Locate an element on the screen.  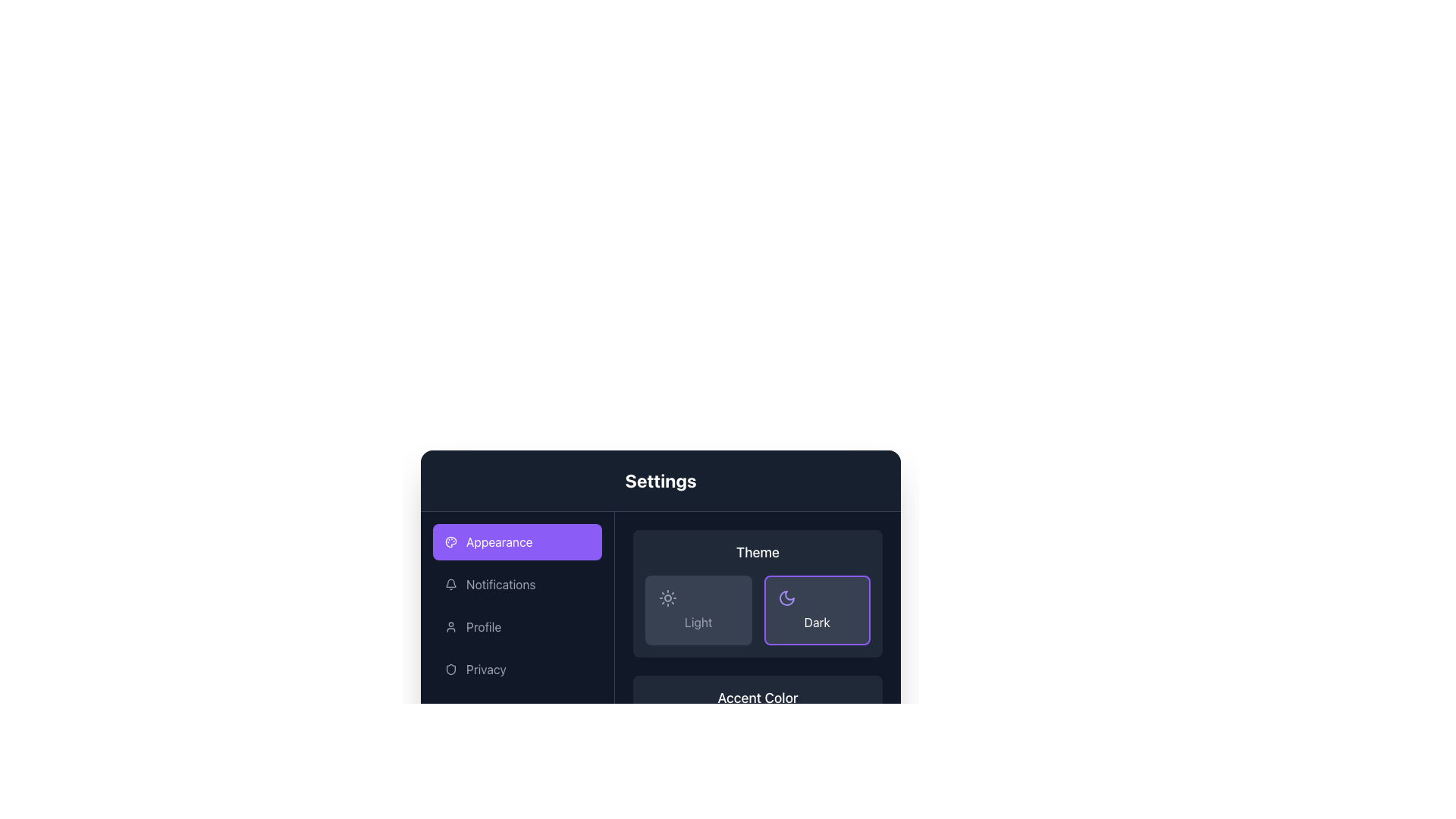
the 'Dark' option of the segmented control with options under the 'Theme' heading for additional feedback is located at coordinates (758, 610).